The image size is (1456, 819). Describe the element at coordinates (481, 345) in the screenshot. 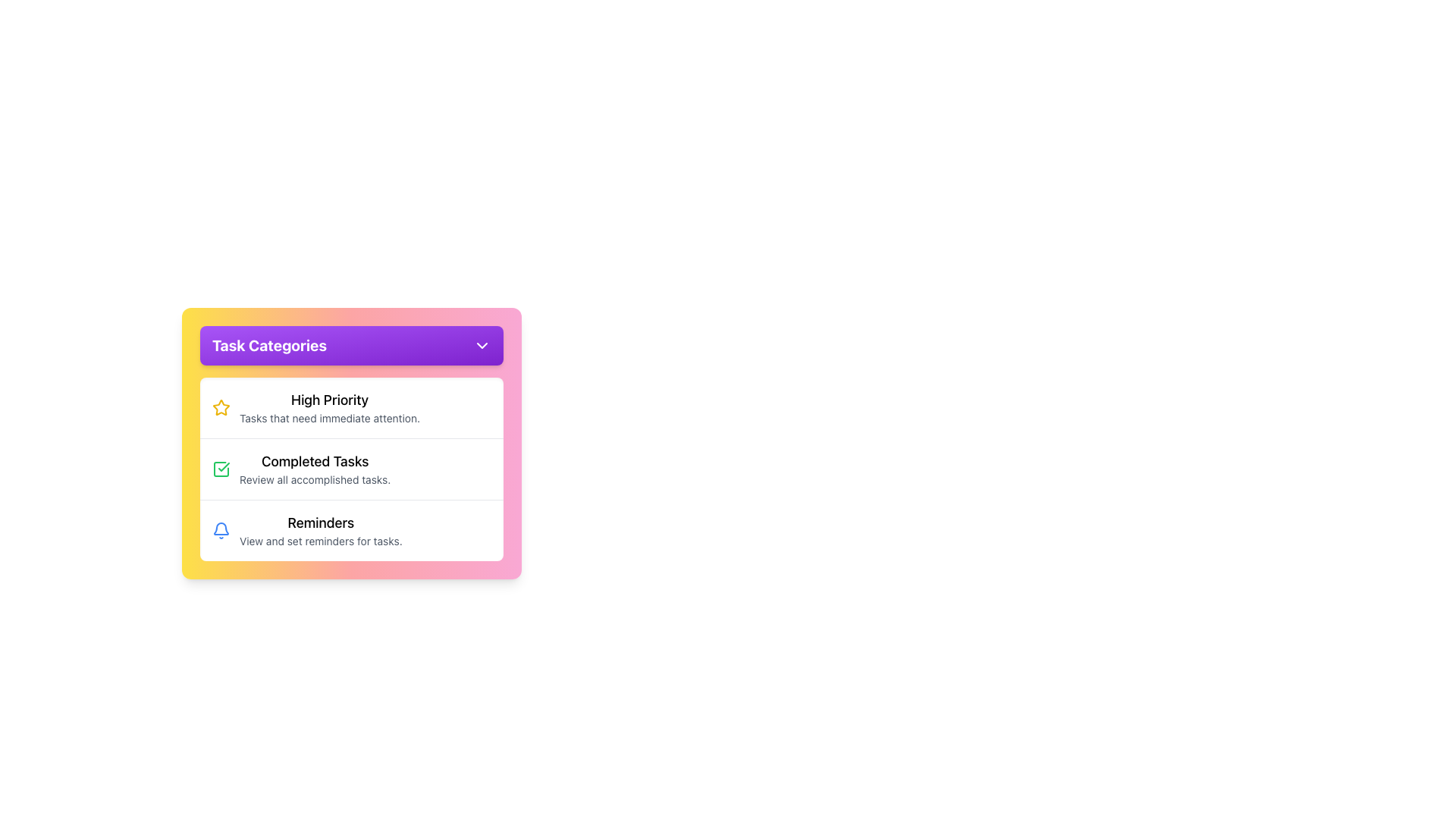

I see `the collapsible icon located next to the 'Task Categories' text` at that location.